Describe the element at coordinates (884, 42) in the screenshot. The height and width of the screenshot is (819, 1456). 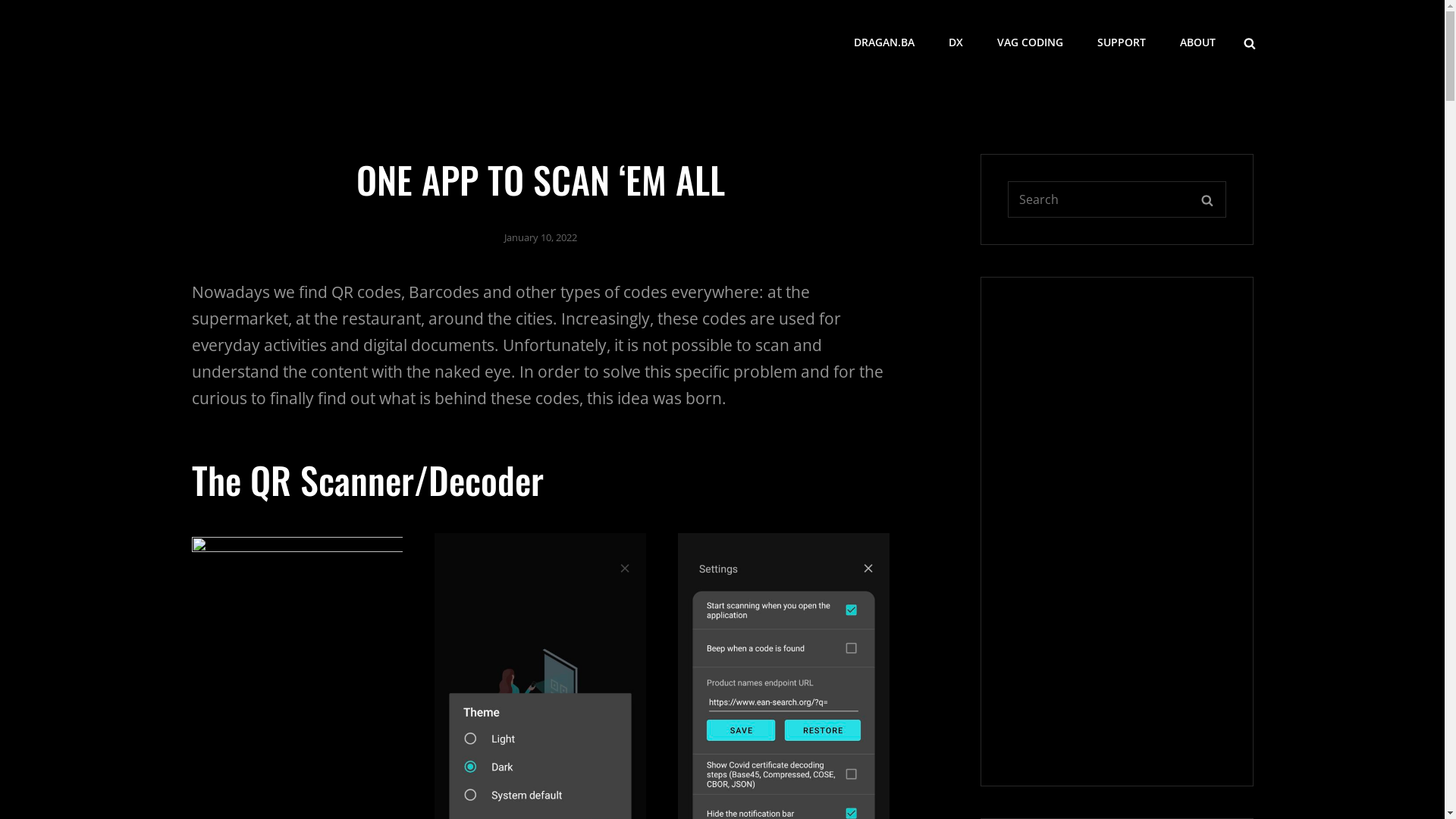
I see `'DRAGAN.BA'` at that location.